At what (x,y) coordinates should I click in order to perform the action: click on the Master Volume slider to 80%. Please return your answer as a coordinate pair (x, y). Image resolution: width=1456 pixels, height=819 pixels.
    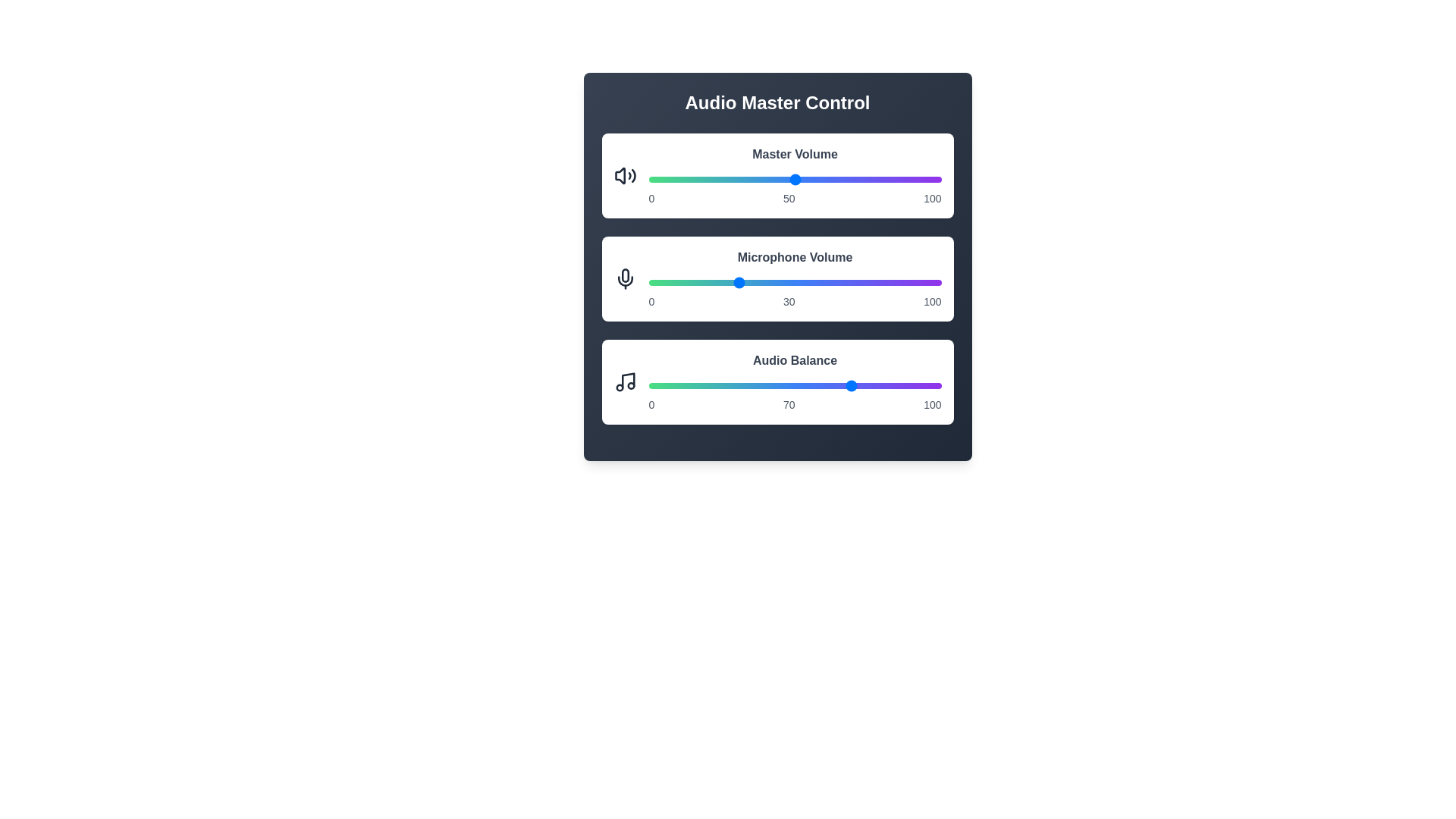
    Looking at the image, I should click on (883, 178).